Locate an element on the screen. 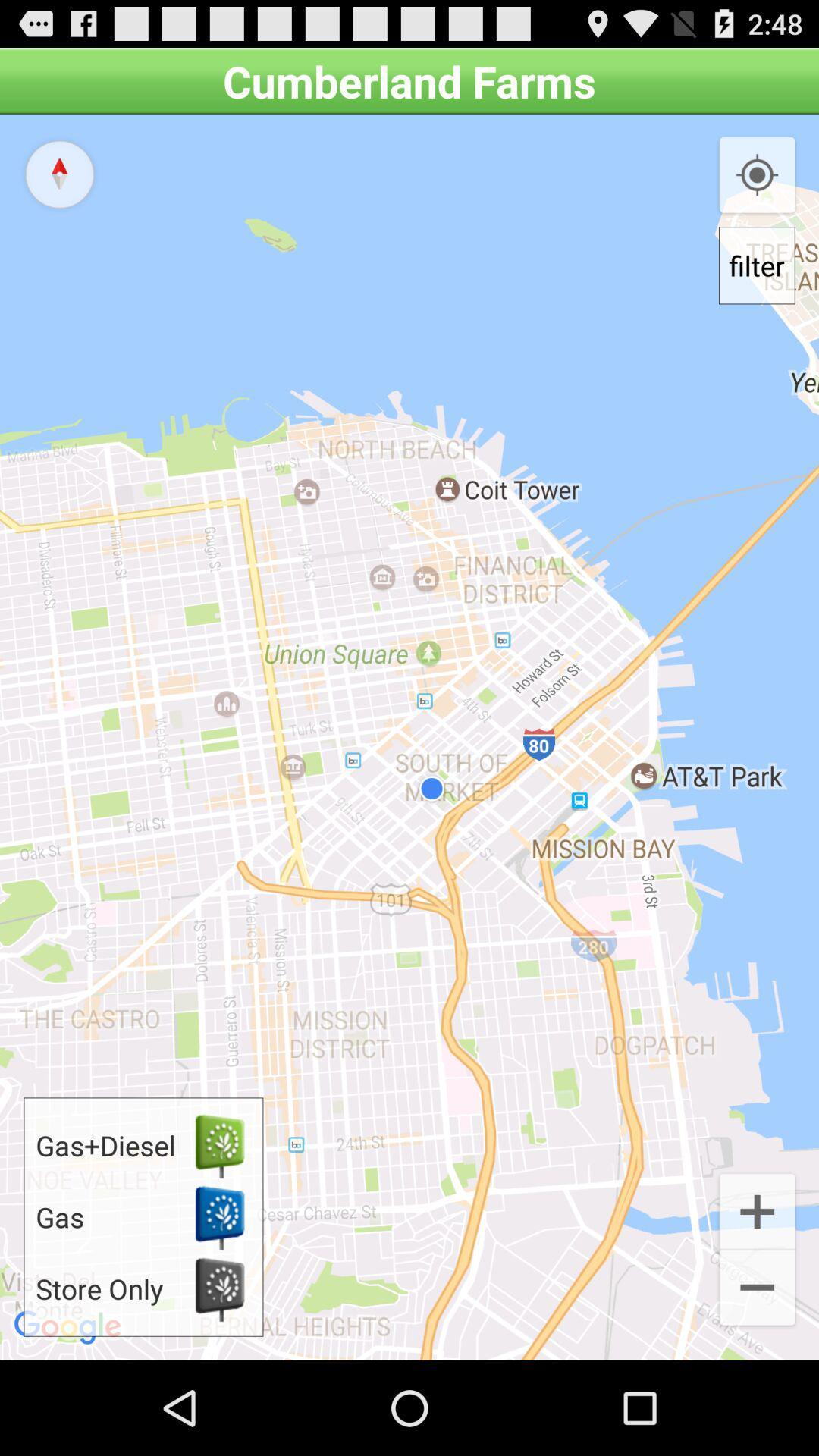 This screenshot has height=1456, width=819. item at the top left corner is located at coordinates (58, 174).